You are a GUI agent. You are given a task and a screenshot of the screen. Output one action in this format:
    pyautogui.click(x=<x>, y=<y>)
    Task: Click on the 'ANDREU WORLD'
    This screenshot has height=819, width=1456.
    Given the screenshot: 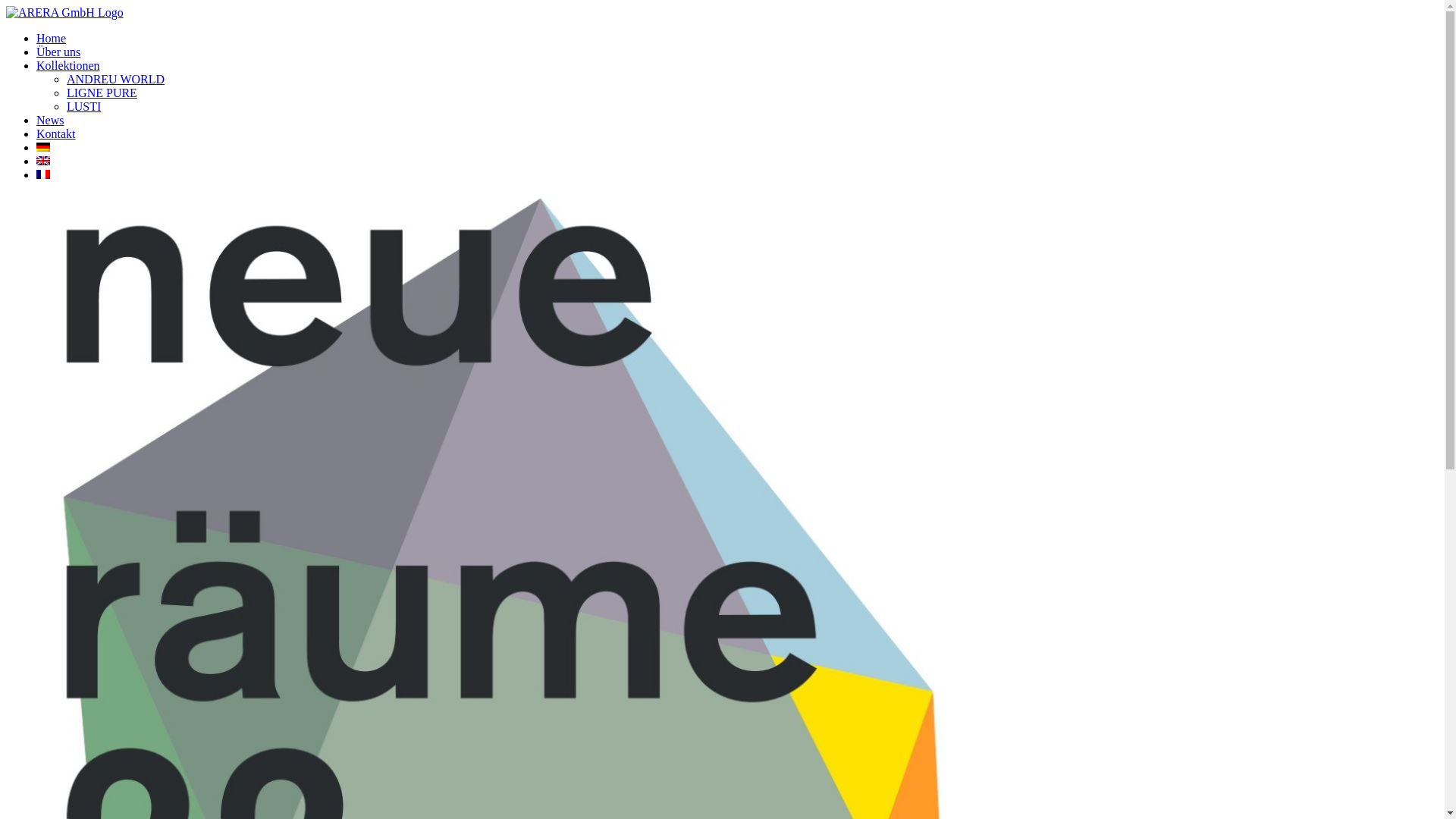 What is the action you would take?
    pyautogui.click(x=115, y=79)
    